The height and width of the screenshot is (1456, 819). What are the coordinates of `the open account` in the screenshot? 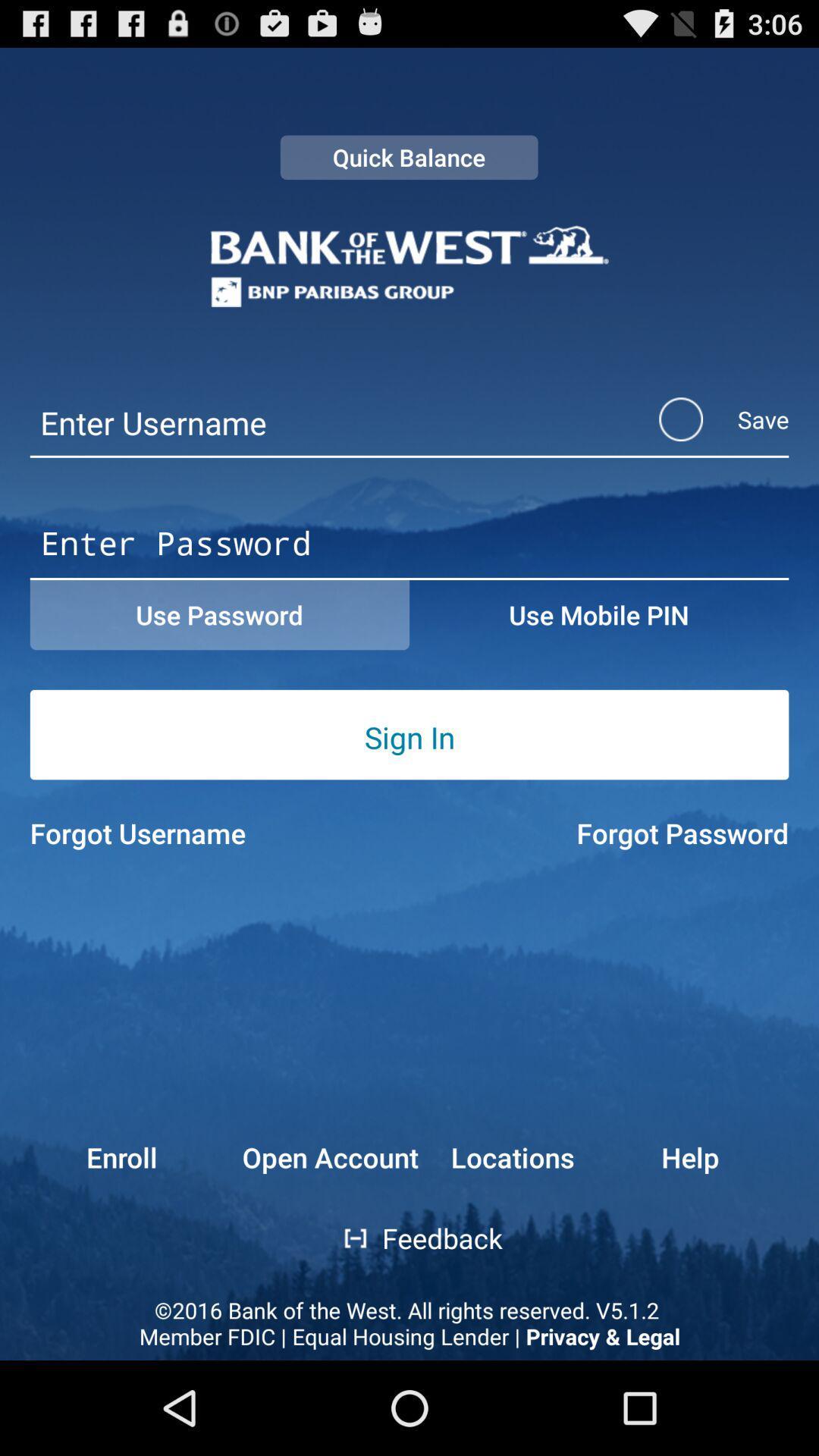 It's located at (329, 1156).